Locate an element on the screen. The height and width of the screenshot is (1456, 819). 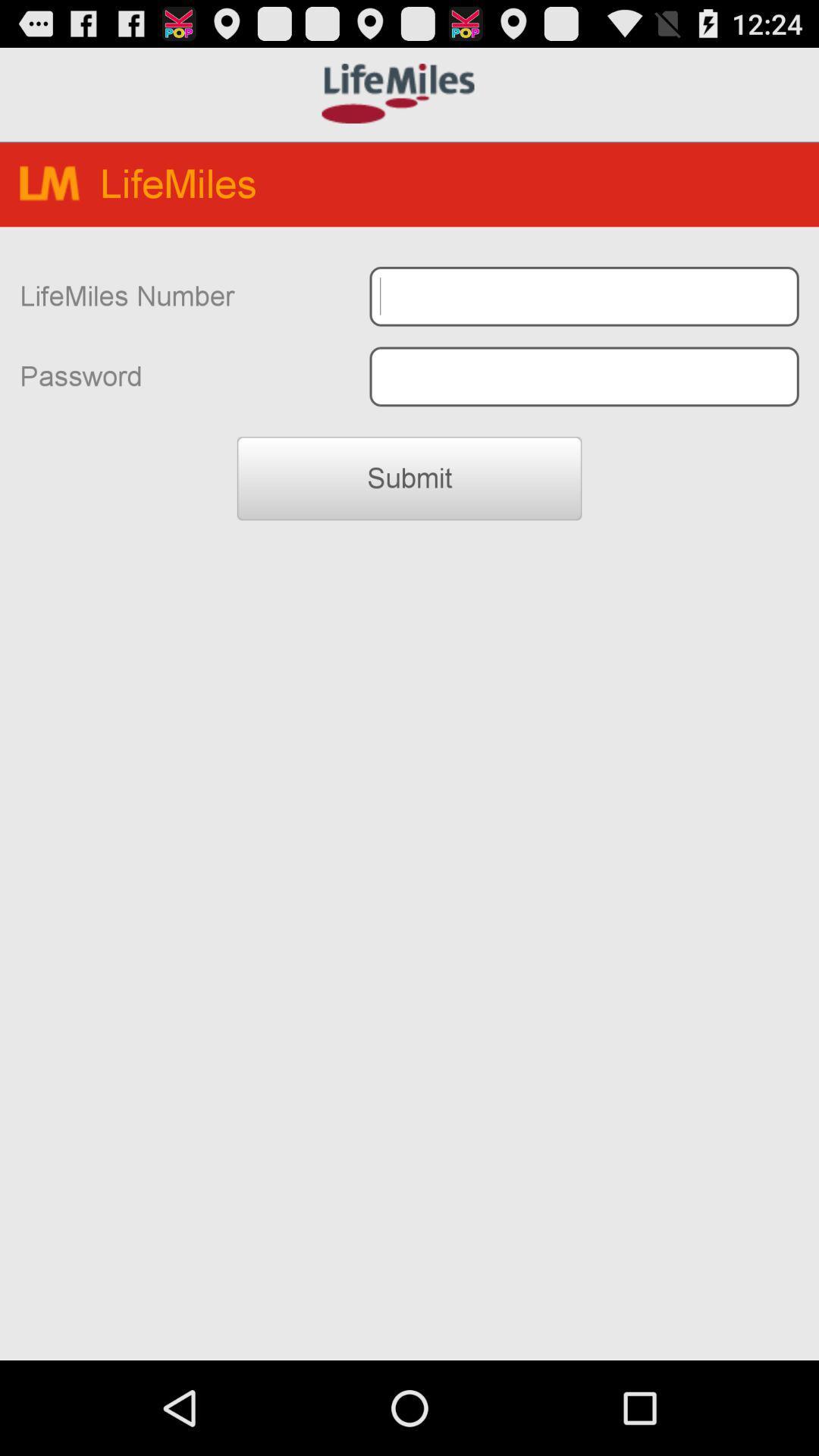
lifemiles number is located at coordinates (583, 297).